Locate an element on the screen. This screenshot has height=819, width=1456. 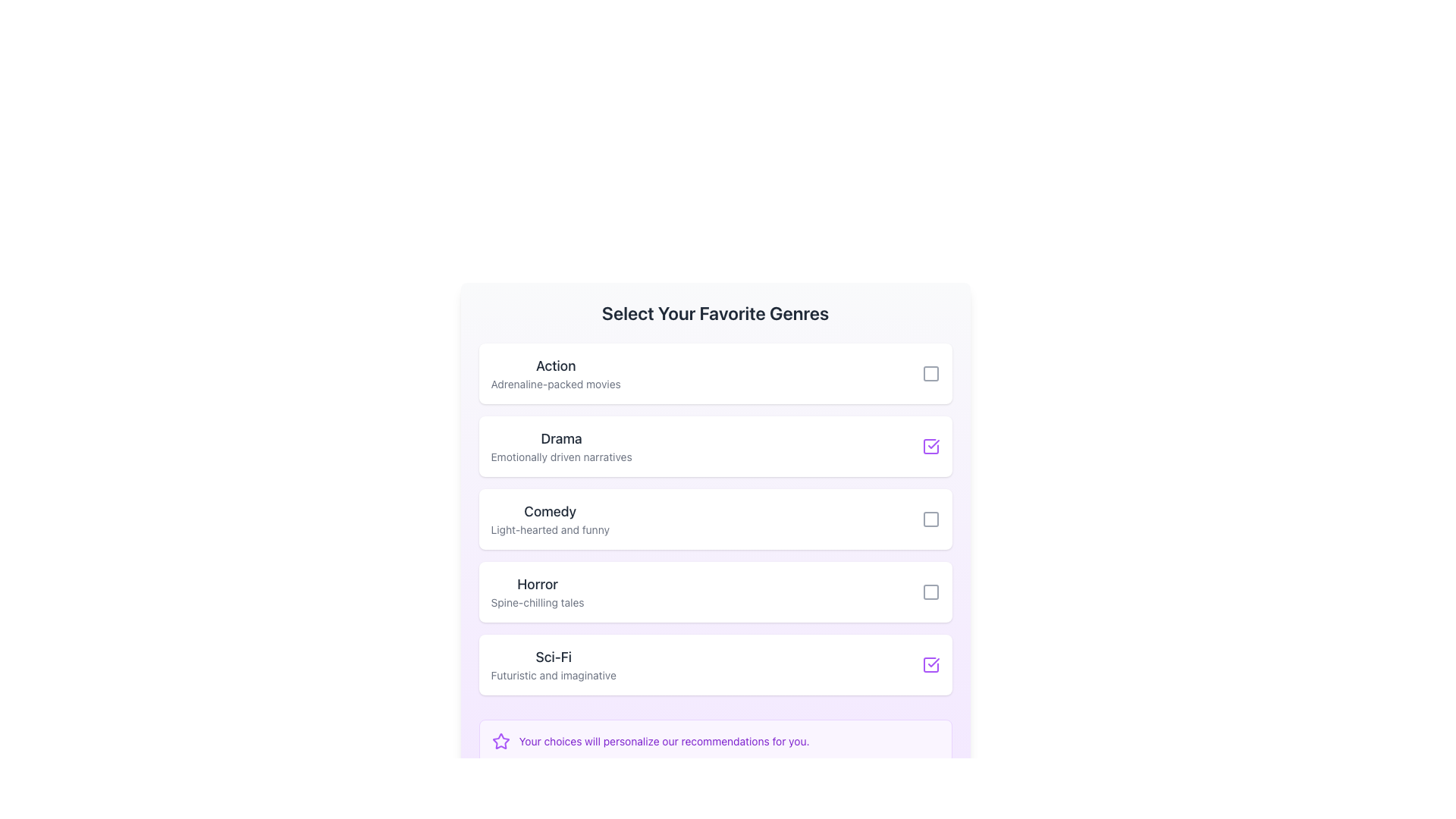
the 'Sci-Fi' genre label, which is the fifth item in the vertical list of genres, positioned below 'Horror' and above the description 'Futuristic and imaginative' is located at coordinates (553, 657).